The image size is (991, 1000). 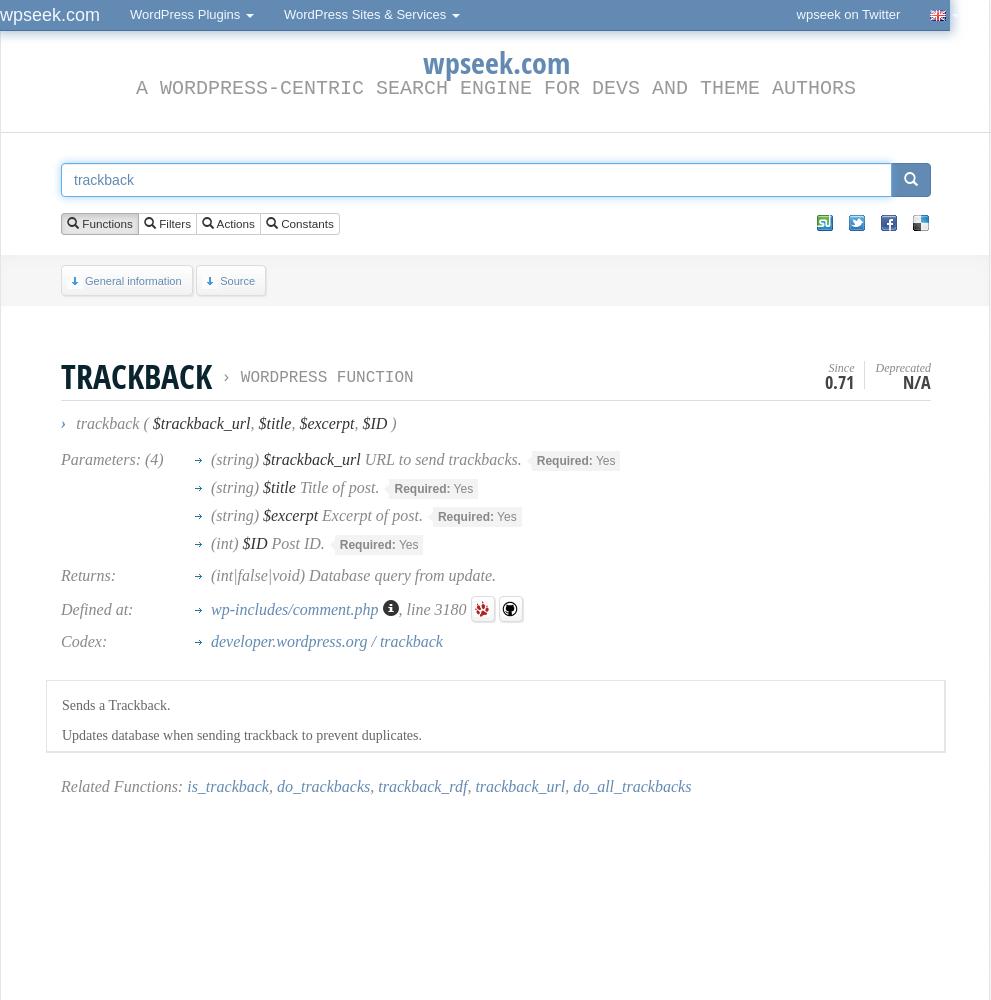 I want to click on 'do_all_trackbacks', so click(x=630, y=786).